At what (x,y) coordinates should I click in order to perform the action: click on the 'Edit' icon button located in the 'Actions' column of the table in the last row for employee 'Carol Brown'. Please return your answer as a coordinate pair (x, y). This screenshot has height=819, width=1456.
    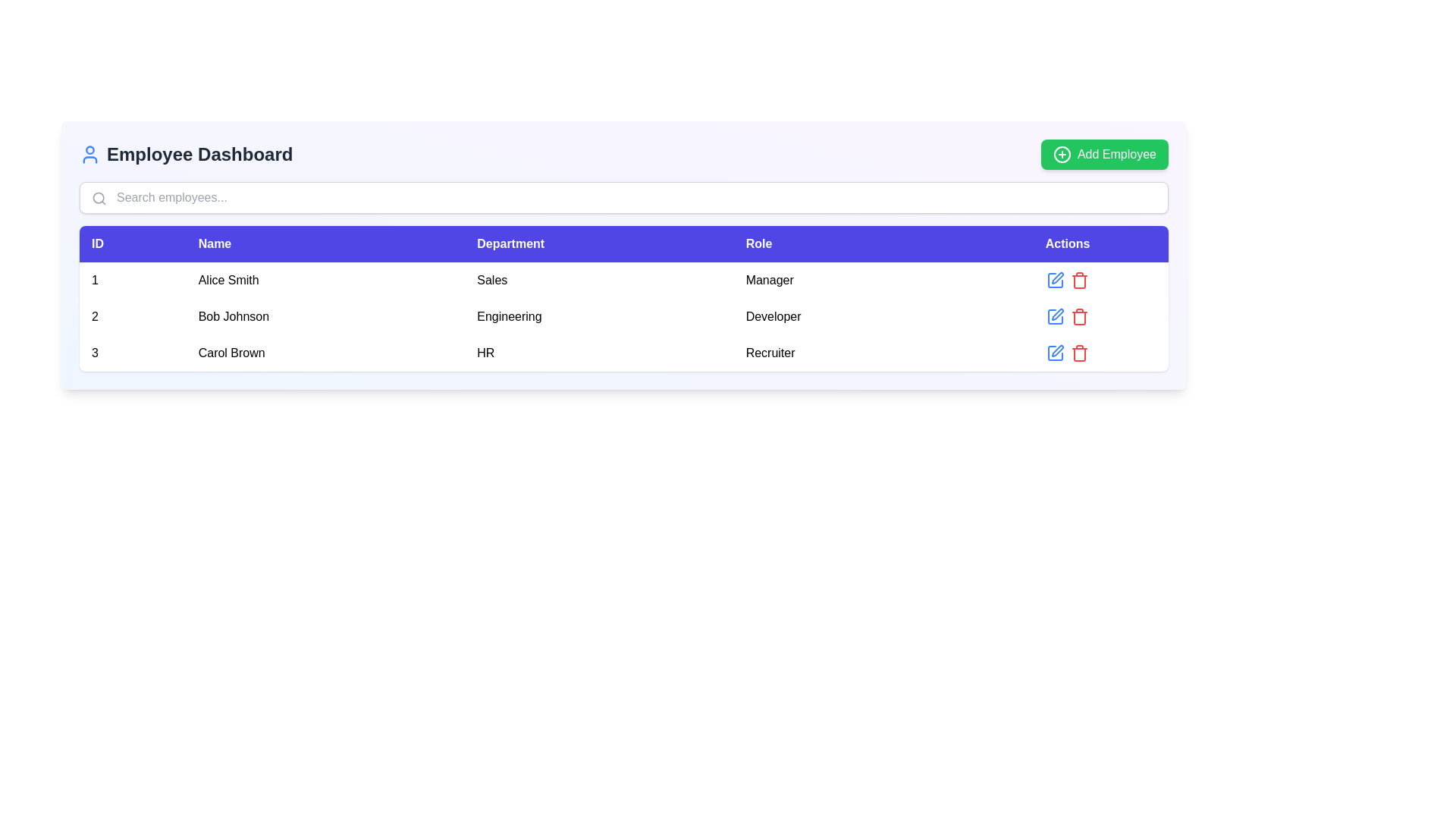
    Looking at the image, I should click on (1055, 353).